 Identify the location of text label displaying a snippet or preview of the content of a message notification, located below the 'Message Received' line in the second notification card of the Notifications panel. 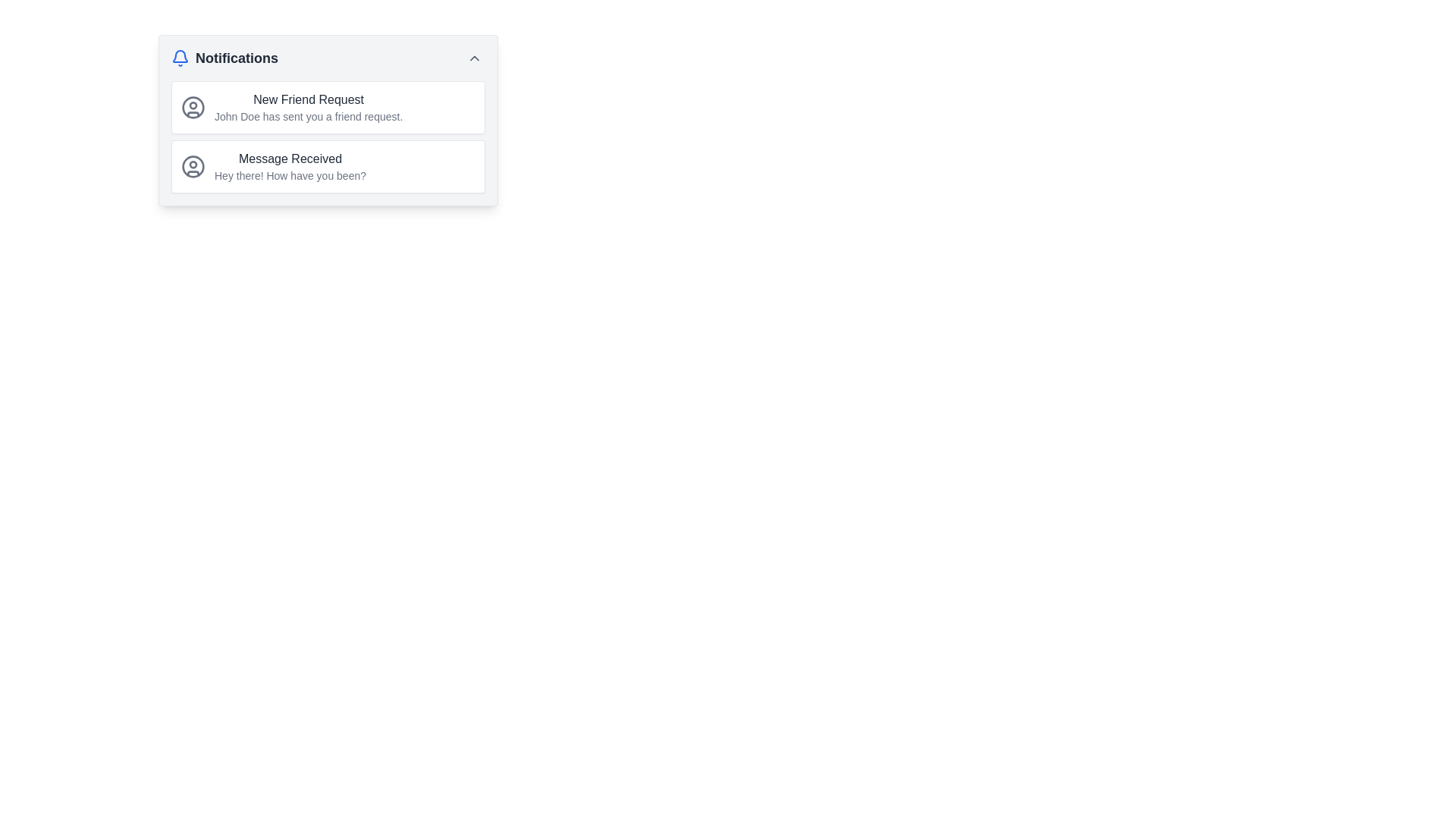
(290, 174).